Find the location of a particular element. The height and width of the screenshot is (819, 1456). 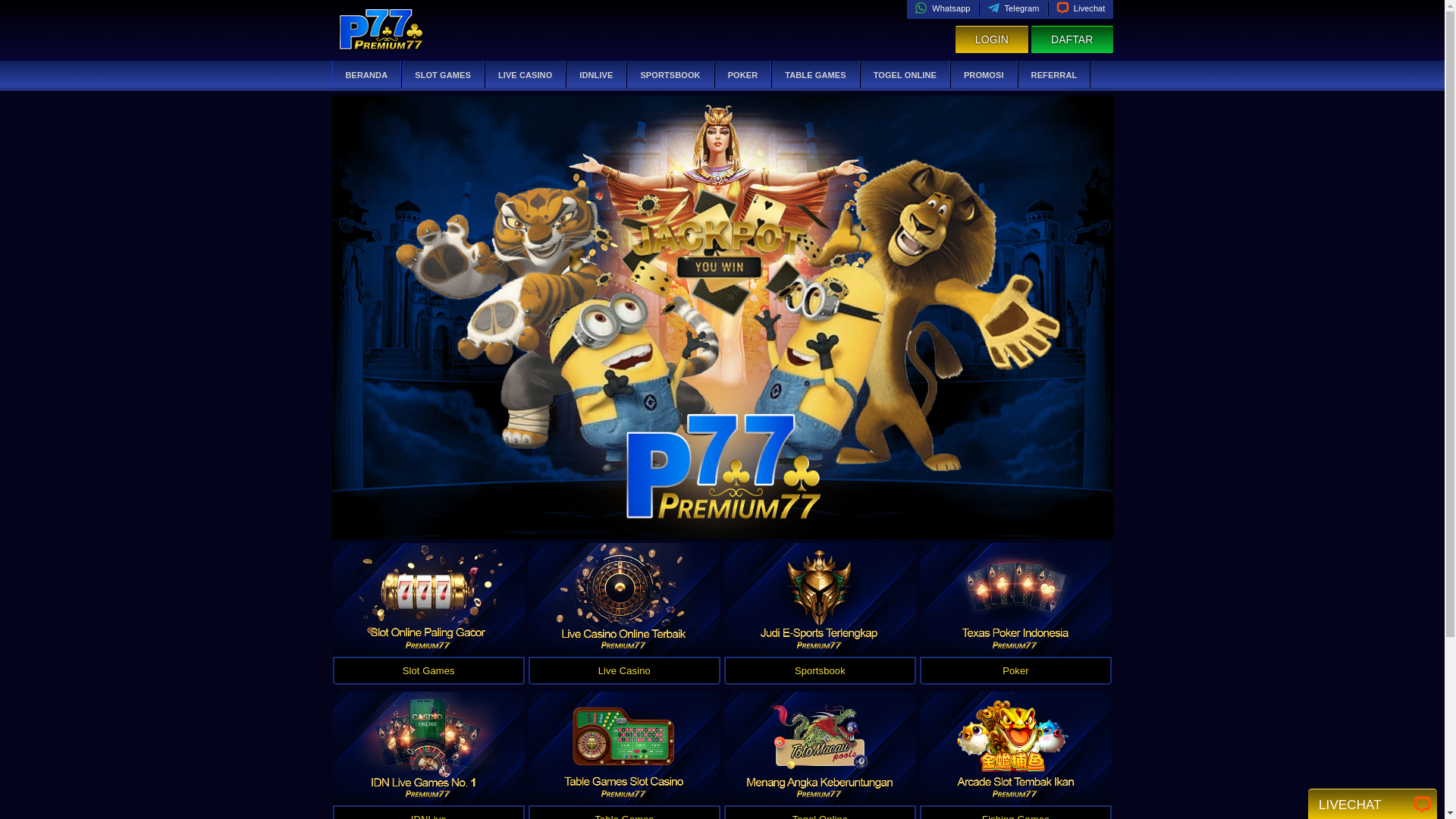

'DAFTAR' is located at coordinates (1072, 39).